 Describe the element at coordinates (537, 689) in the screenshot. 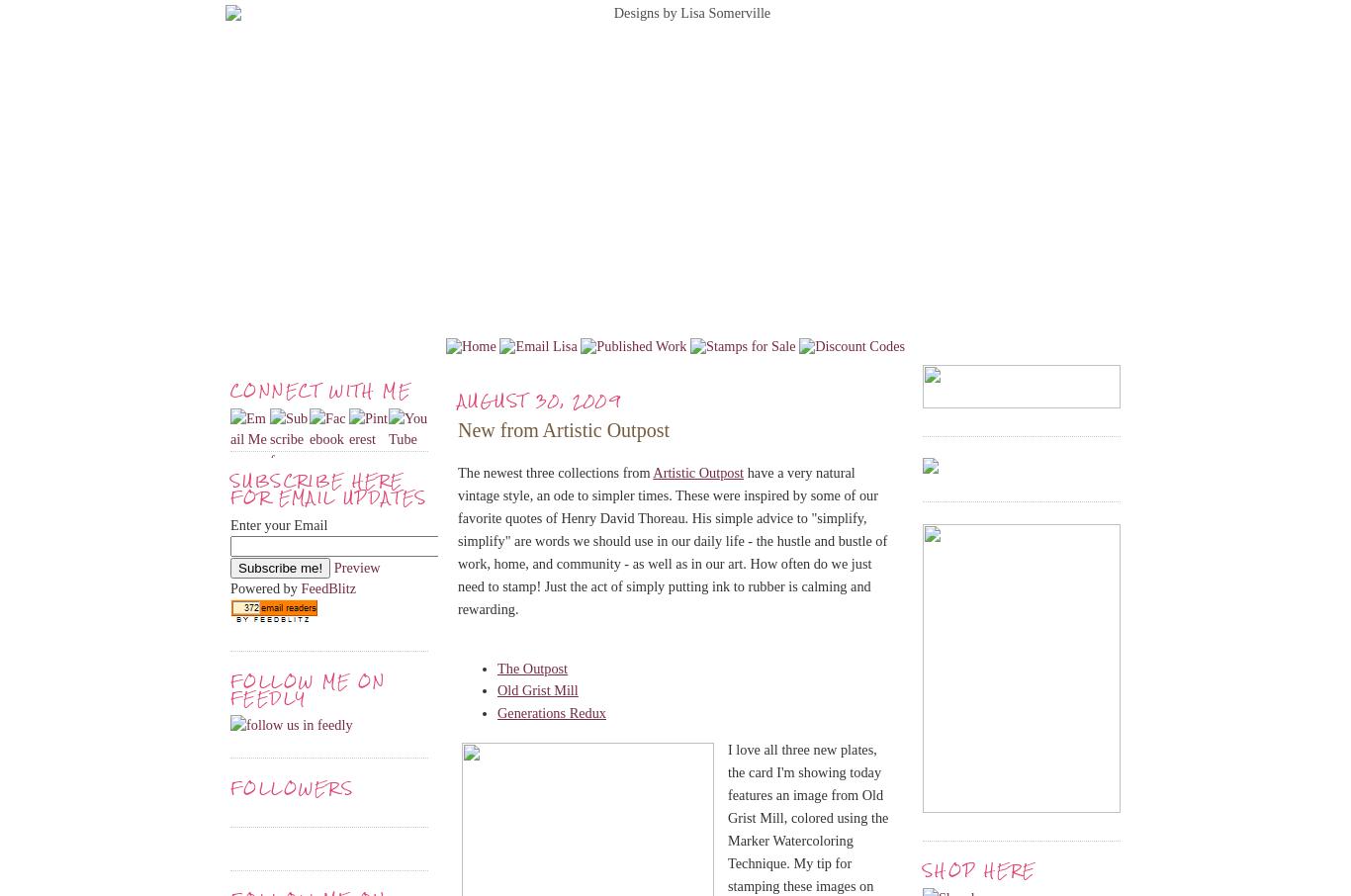

I see `'Old Grist Mill'` at that location.